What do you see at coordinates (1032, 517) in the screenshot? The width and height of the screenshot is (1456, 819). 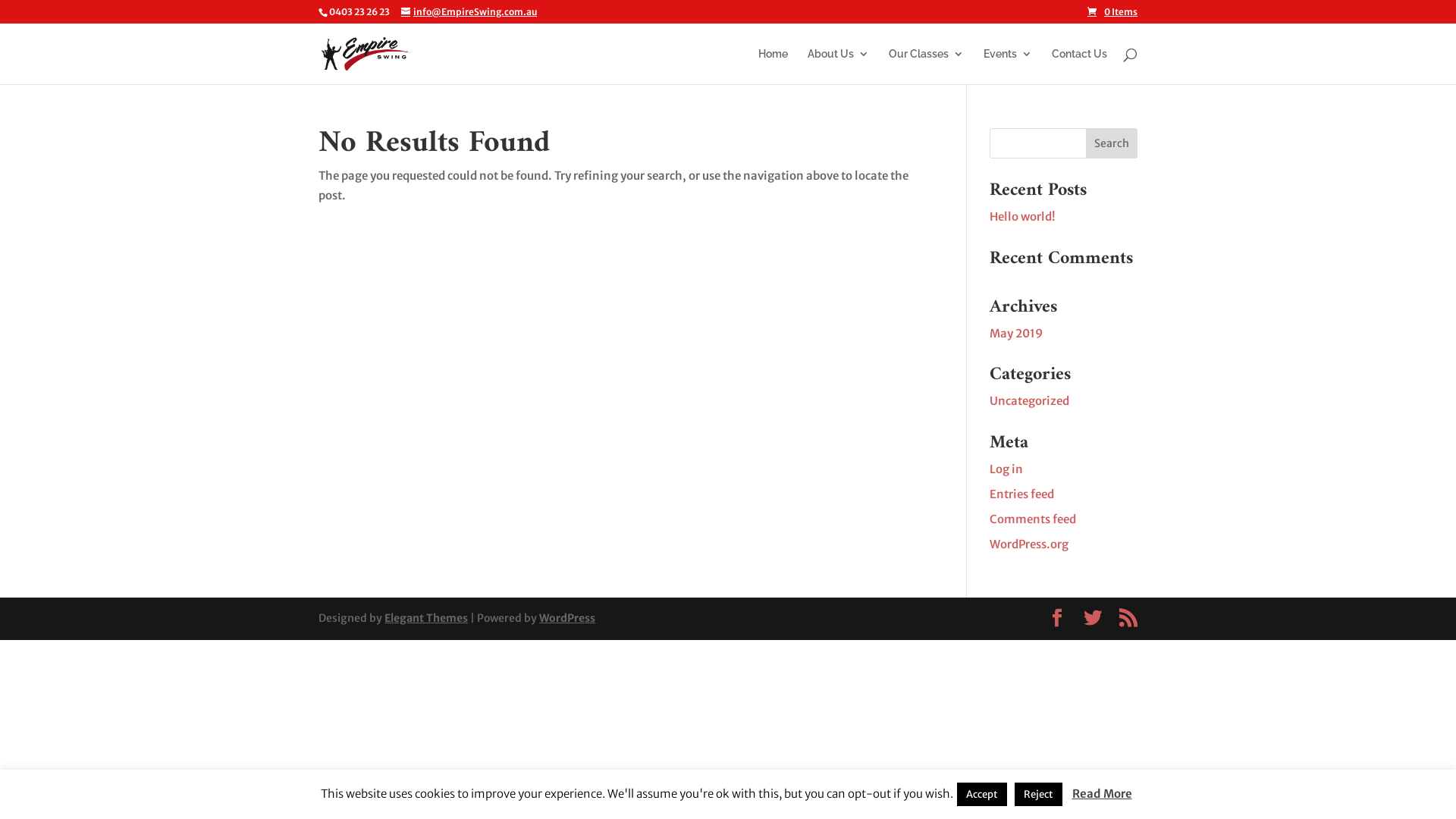 I see `'Comments feed'` at bounding box center [1032, 517].